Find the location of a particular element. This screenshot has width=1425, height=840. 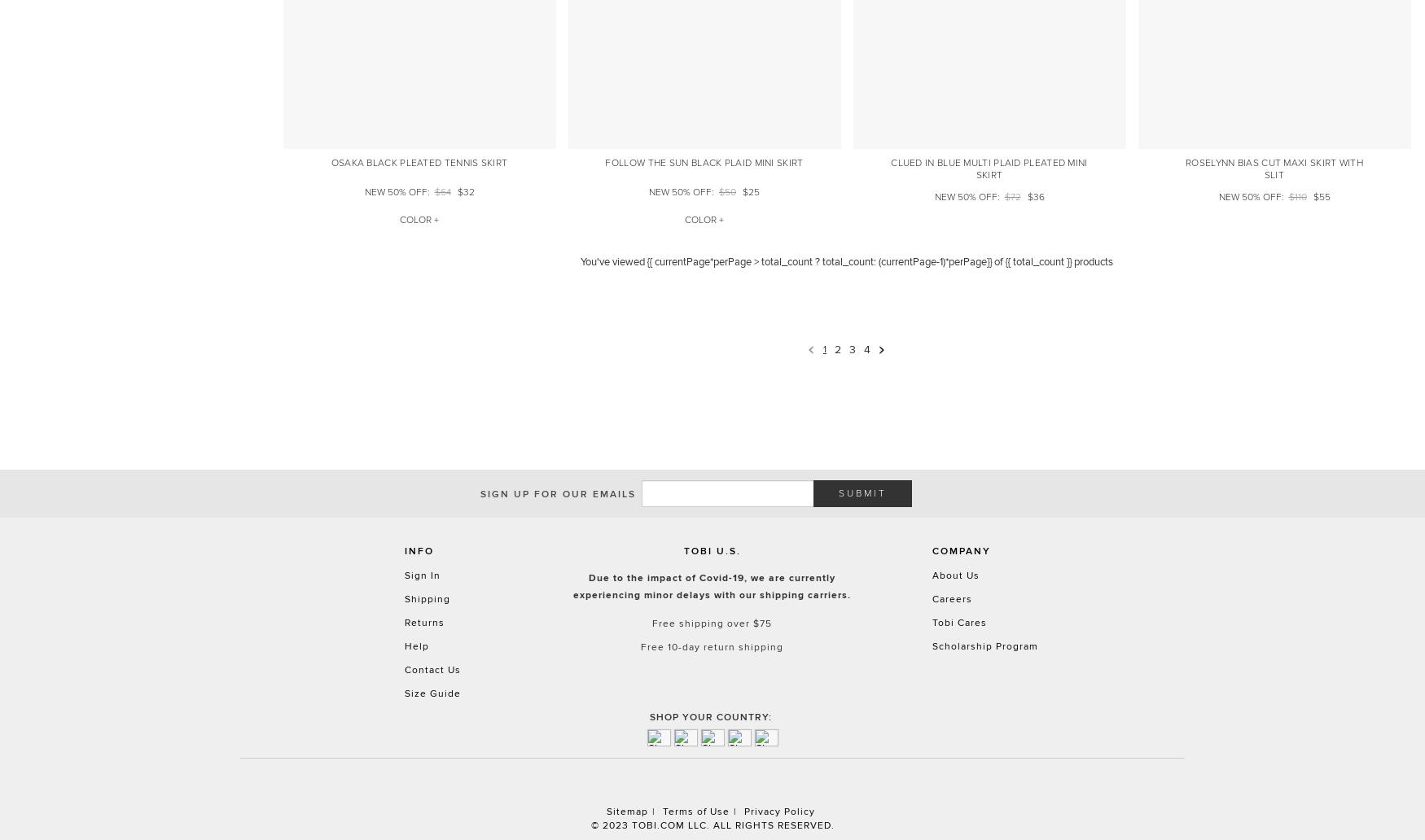

'Scholarship Program' is located at coordinates (984, 645).